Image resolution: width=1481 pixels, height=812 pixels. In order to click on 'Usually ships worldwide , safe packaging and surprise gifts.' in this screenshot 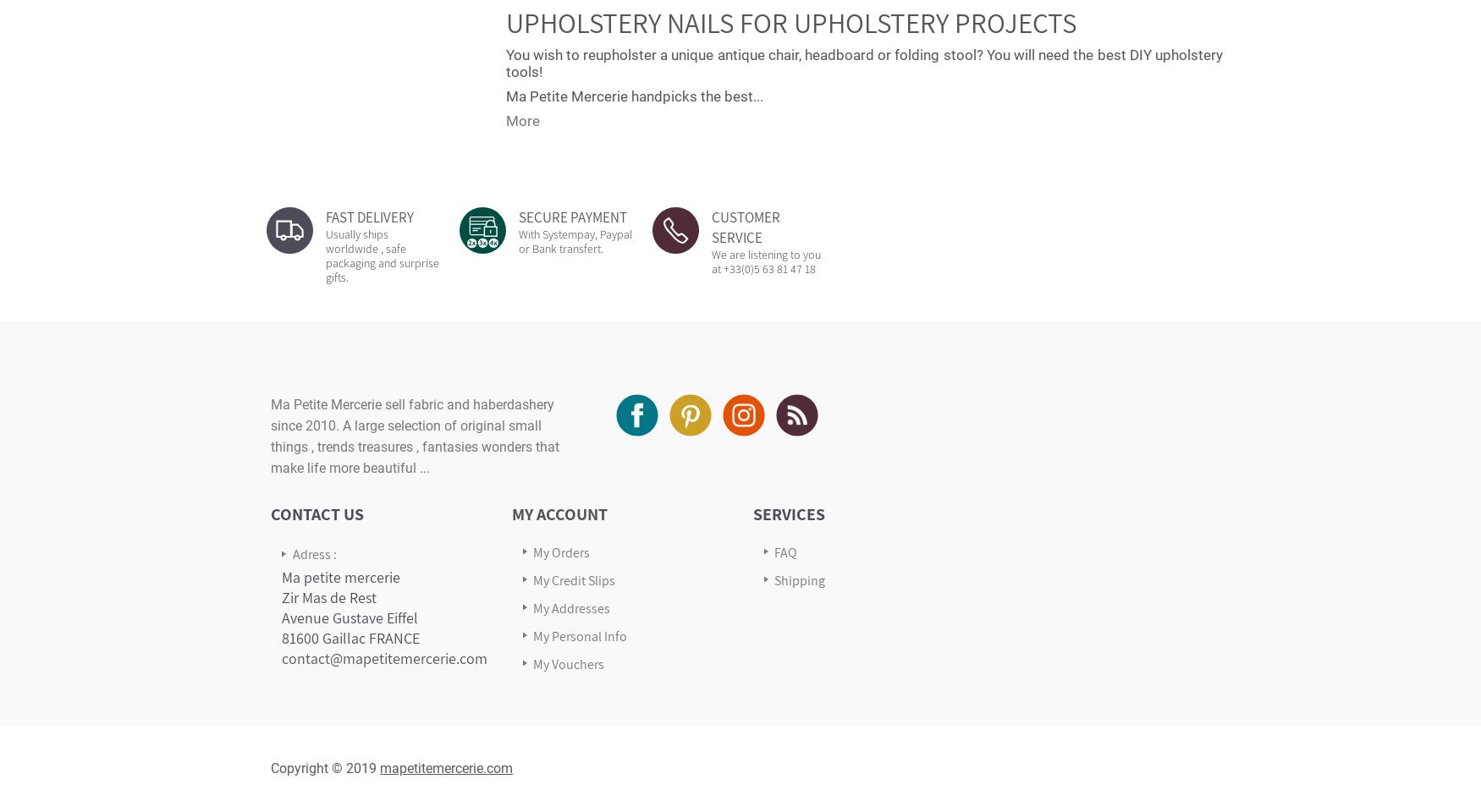, I will do `click(383, 255)`.